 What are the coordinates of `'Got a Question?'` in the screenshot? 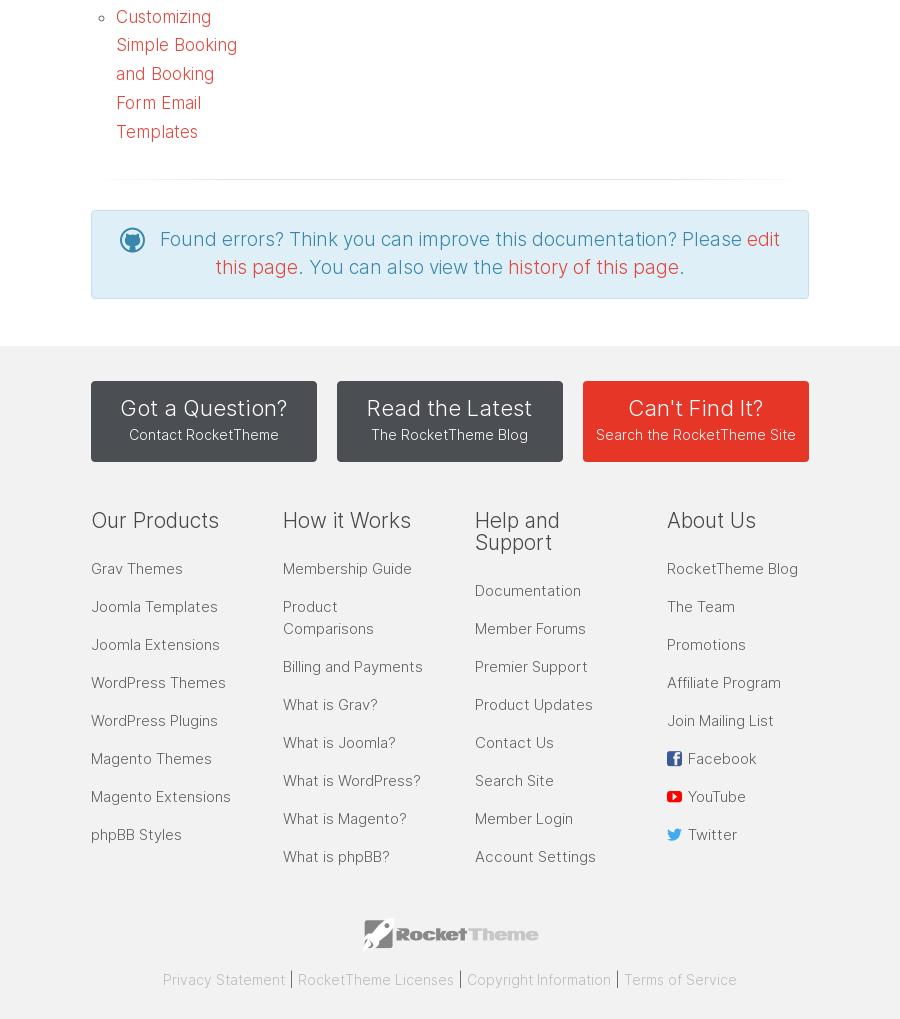 It's located at (119, 407).